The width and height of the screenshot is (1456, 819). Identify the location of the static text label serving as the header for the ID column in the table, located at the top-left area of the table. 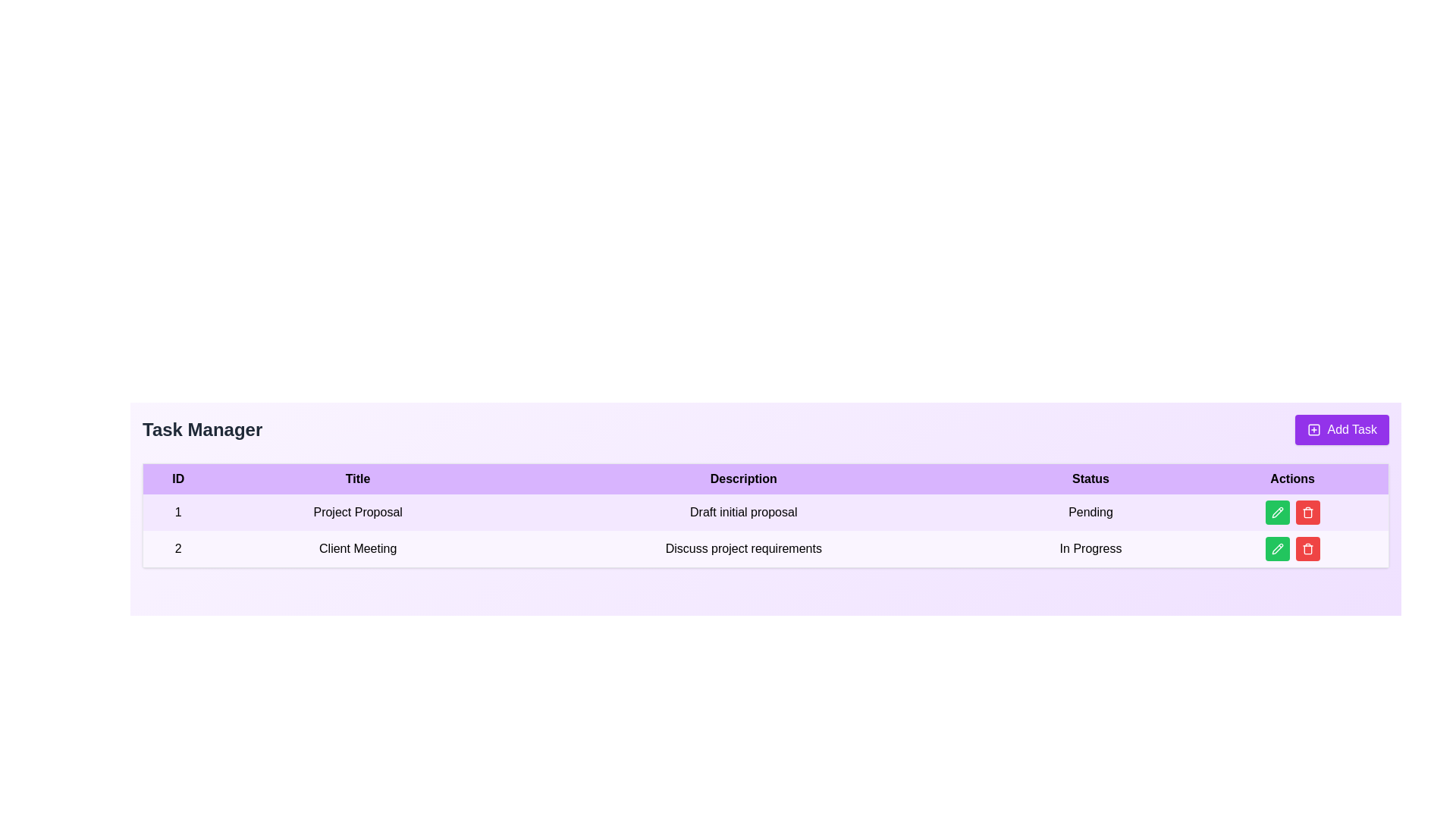
(178, 479).